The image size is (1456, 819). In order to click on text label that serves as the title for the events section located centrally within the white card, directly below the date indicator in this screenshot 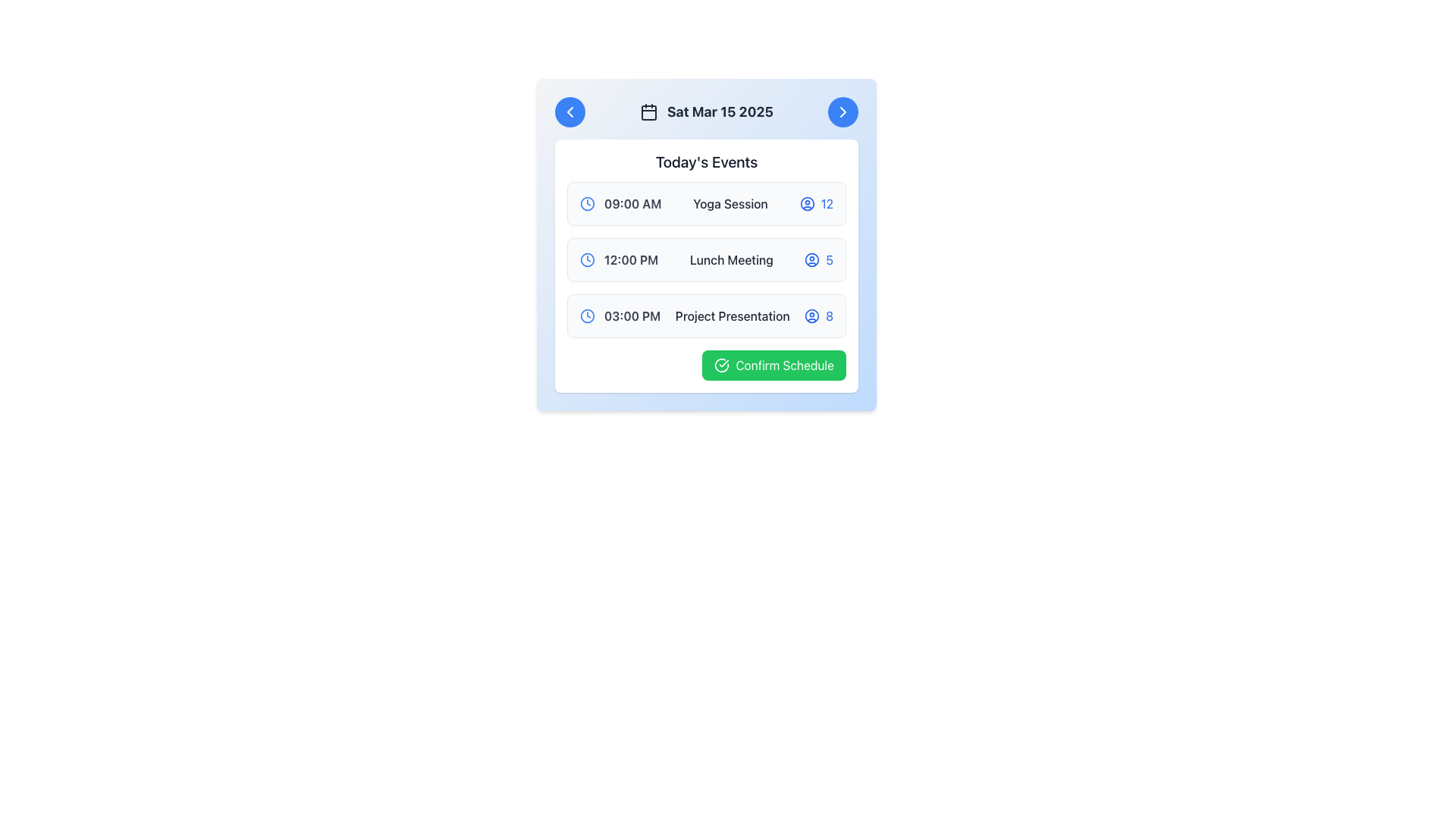, I will do `click(705, 162)`.